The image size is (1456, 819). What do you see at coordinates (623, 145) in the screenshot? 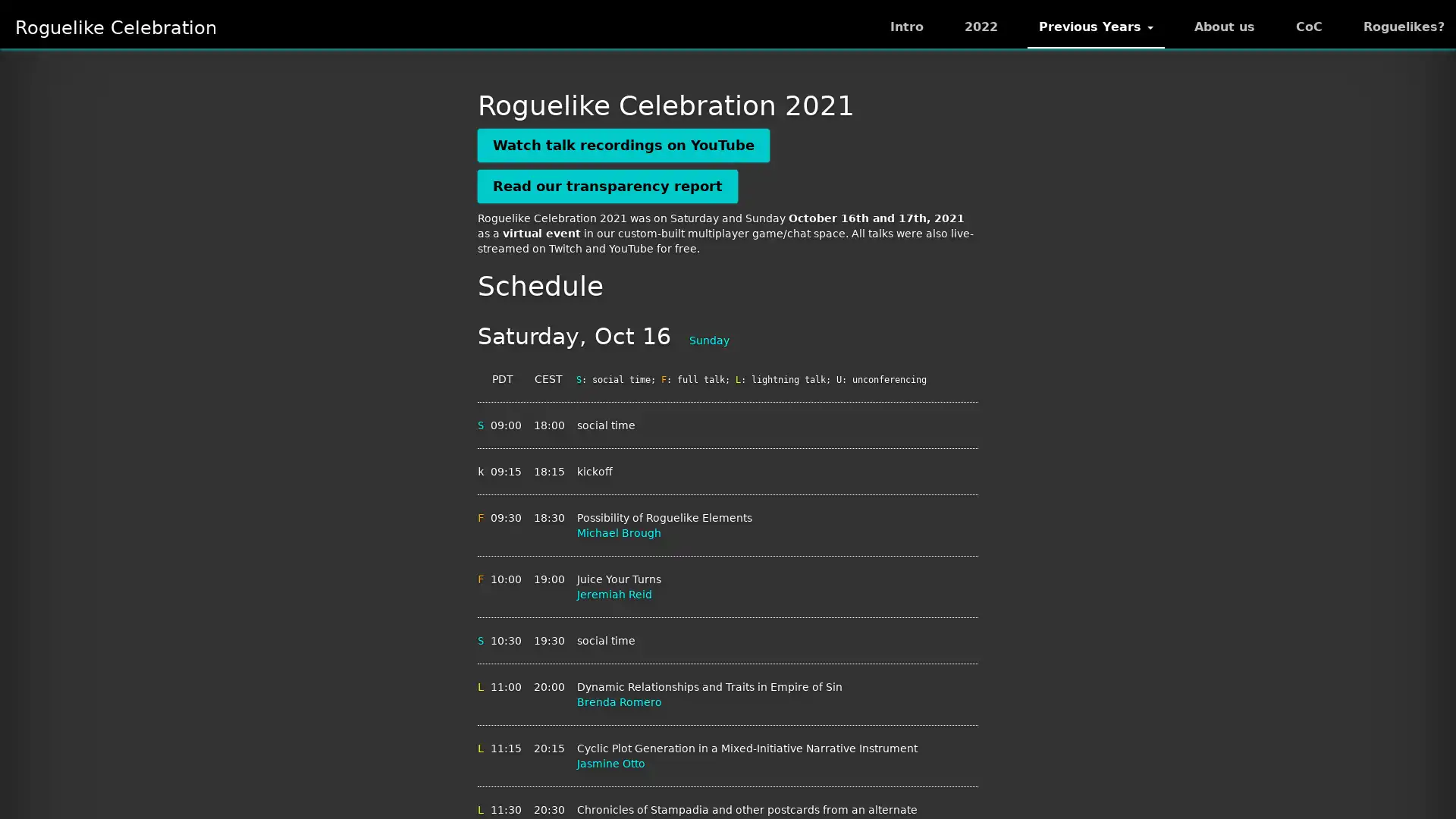
I see `Watch talk recordings on YouTube` at bounding box center [623, 145].